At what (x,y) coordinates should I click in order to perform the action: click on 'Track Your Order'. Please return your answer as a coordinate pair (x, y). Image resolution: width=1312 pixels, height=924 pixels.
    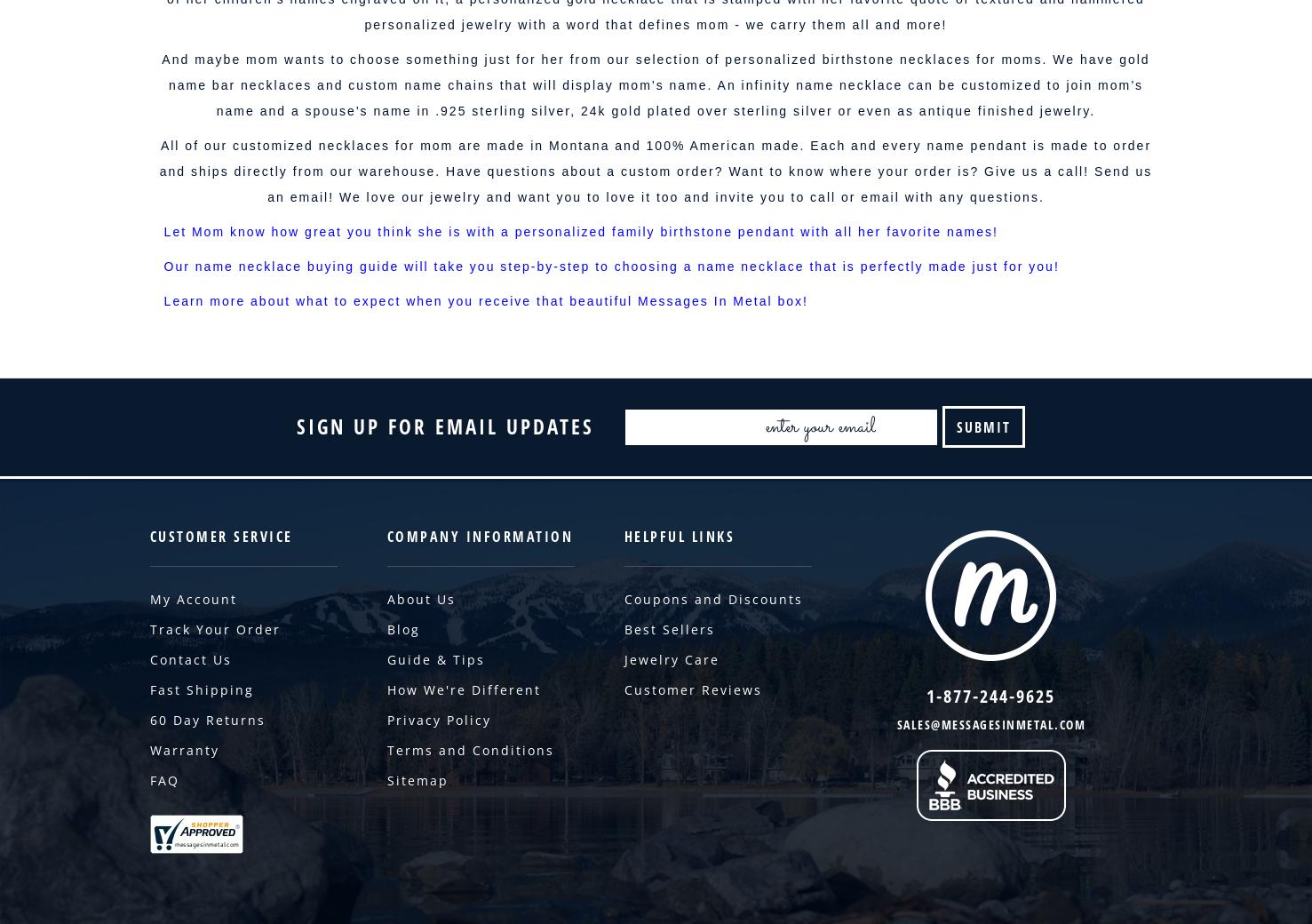
    Looking at the image, I should click on (214, 629).